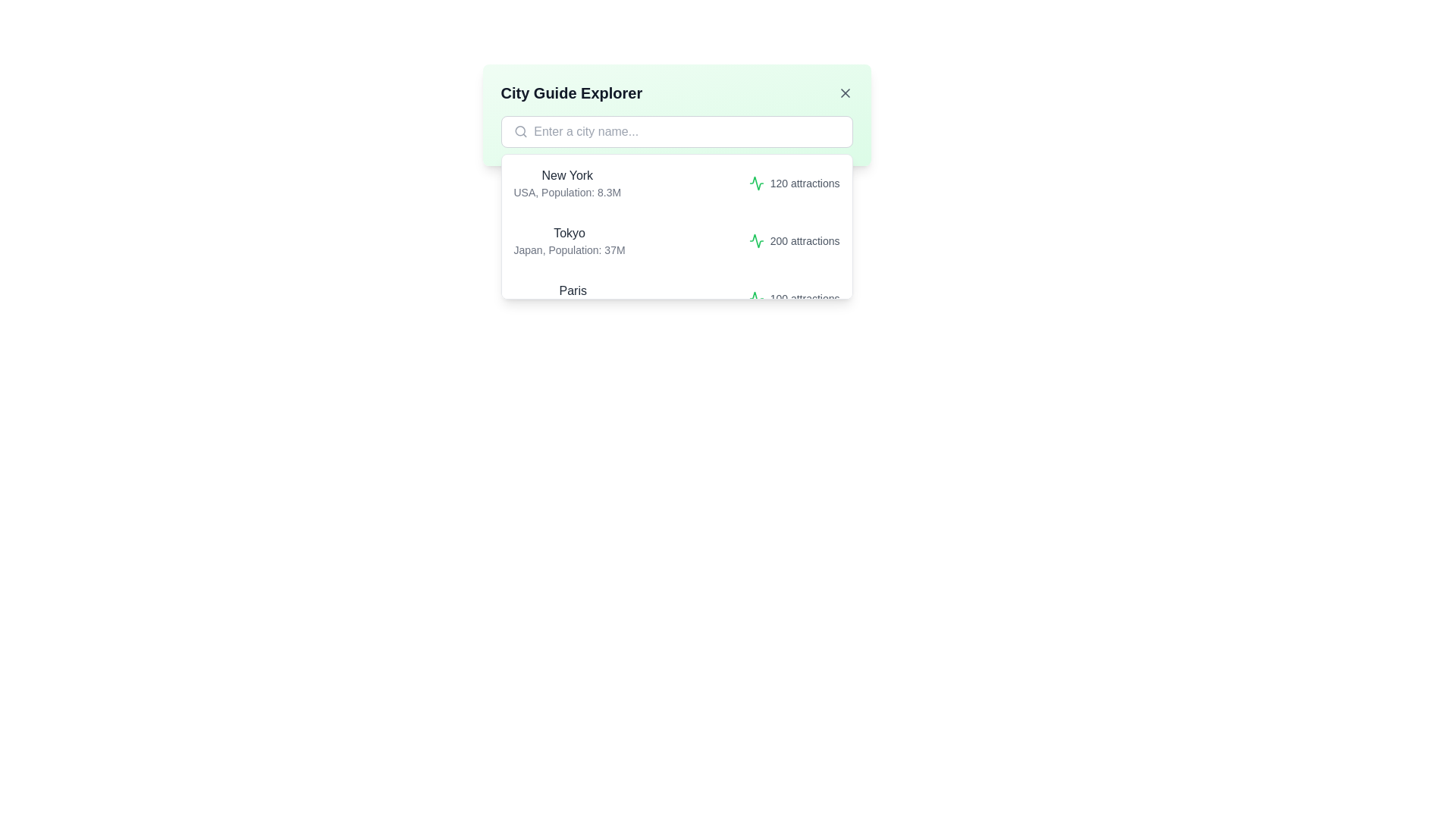  What do you see at coordinates (520, 130) in the screenshot?
I see `the decorative circle element of the search icon located in the 'City Guide Explorer' panel` at bounding box center [520, 130].